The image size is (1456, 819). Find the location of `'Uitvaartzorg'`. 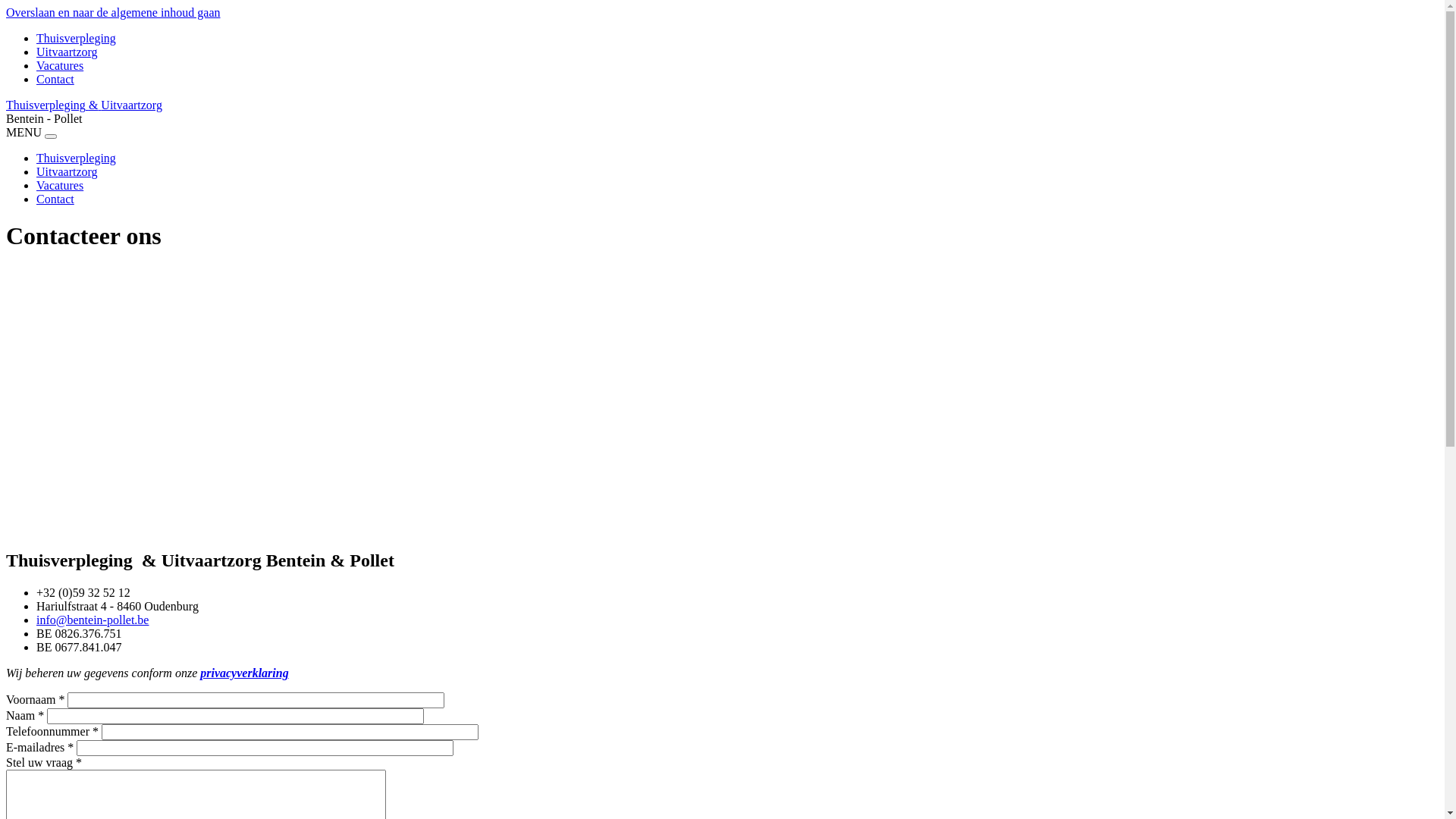

'Uitvaartzorg' is located at coordinates (66, 171).